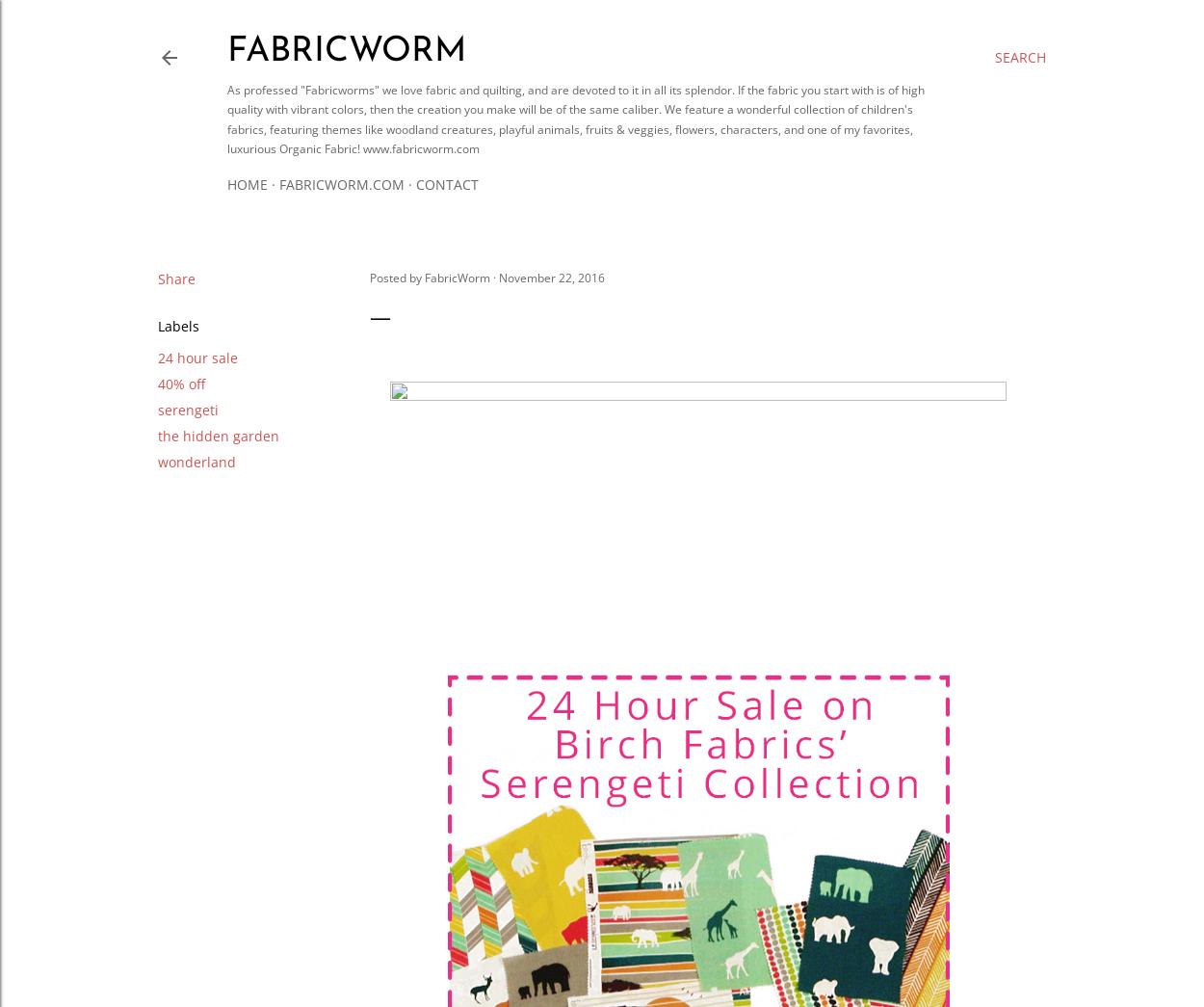 The image size is (1204, 1007). What do you see at coordinates (196, 460) in the screenshot?
I see `'wonderland'` at bounding box center [196, 460].